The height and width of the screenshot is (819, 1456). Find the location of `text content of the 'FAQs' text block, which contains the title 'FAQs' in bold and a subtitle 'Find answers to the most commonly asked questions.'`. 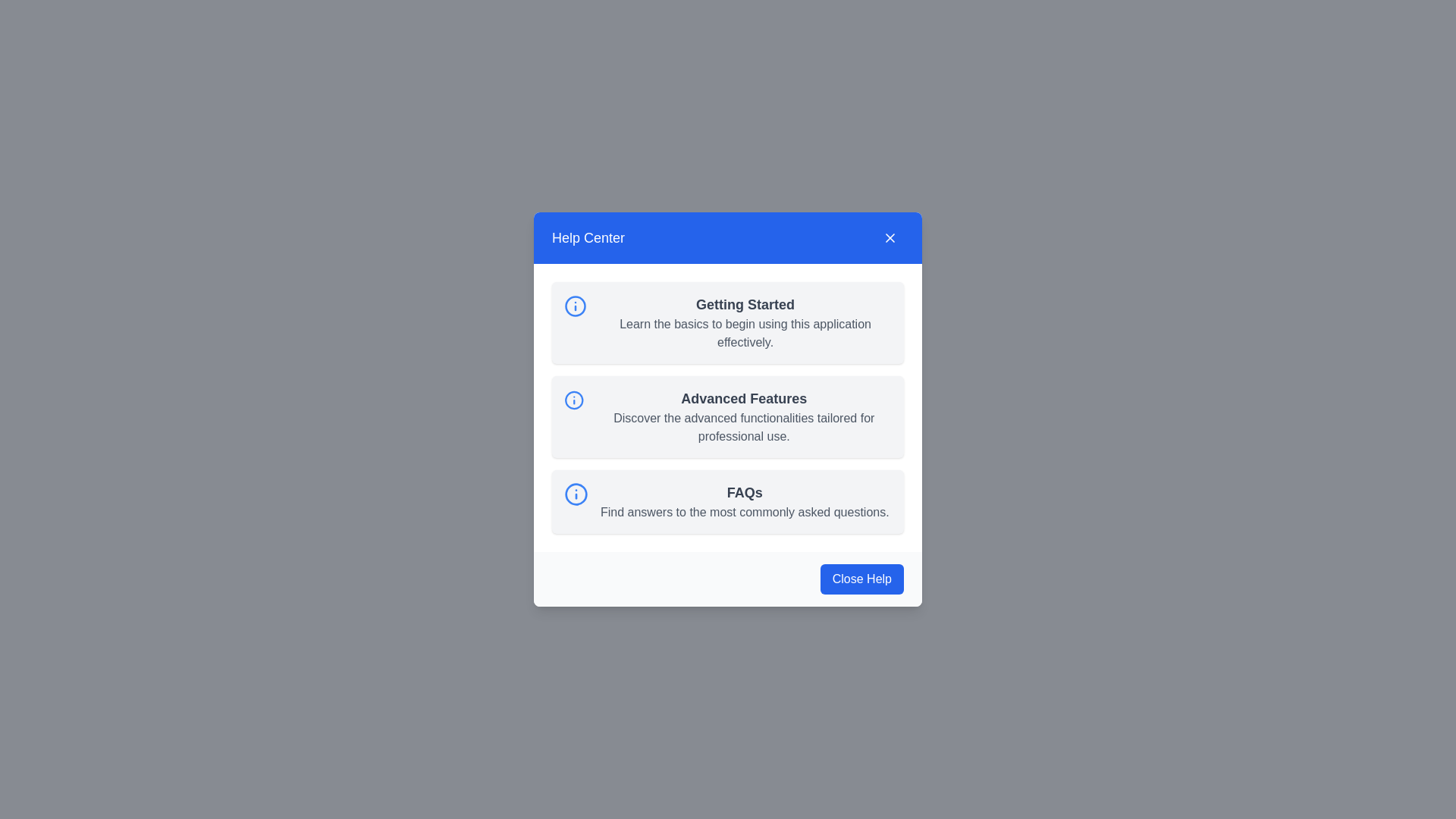

text content of the 'FAQs' text block, which contains the title 'FAQs' in bold and a subtitle 'Find answers to the most commonly asked questions.' is located at coordinates (745, 502).